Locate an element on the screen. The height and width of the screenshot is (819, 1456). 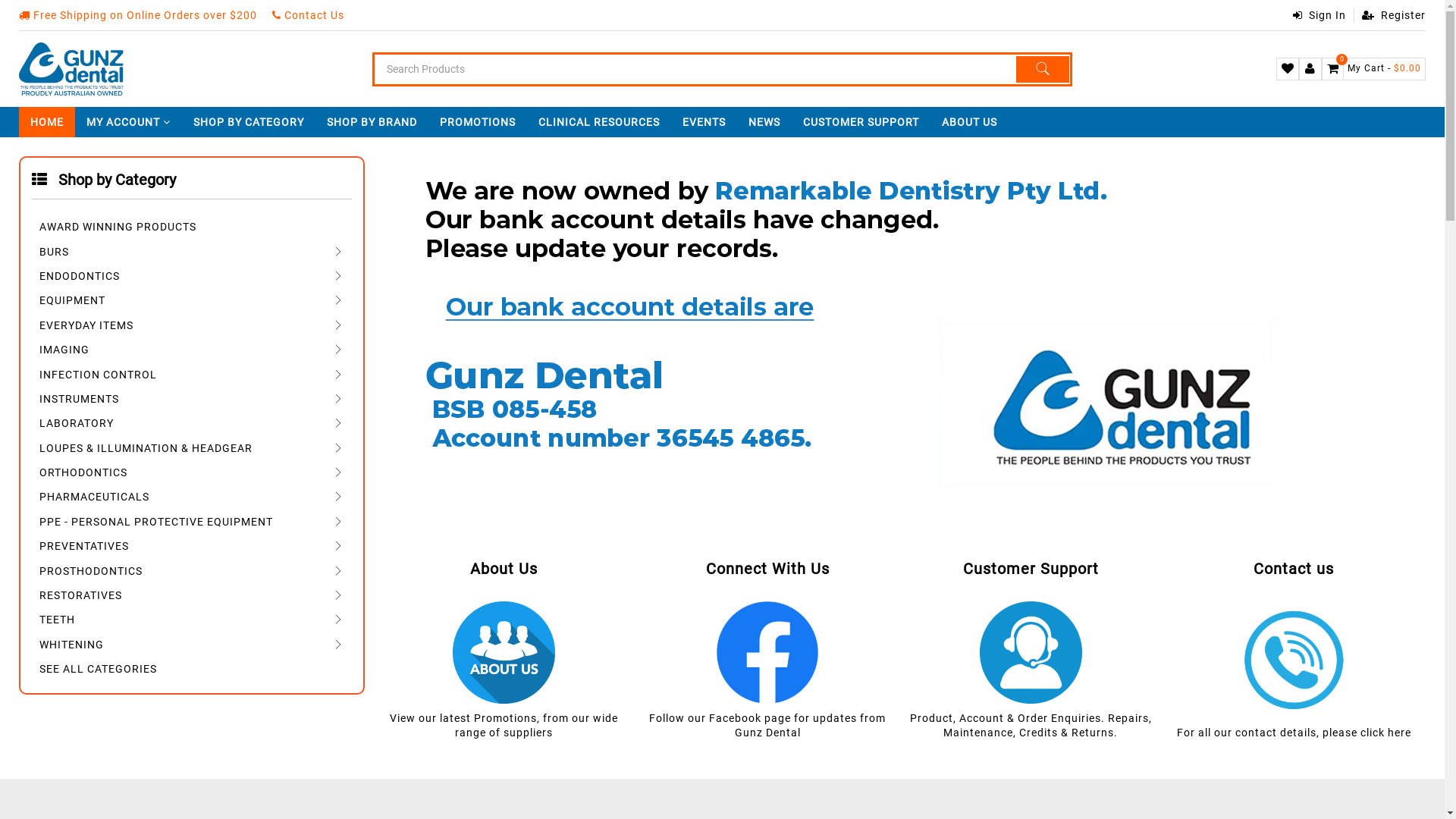
'PHARMACEUTICALS' is located at coordinates (191, 497).